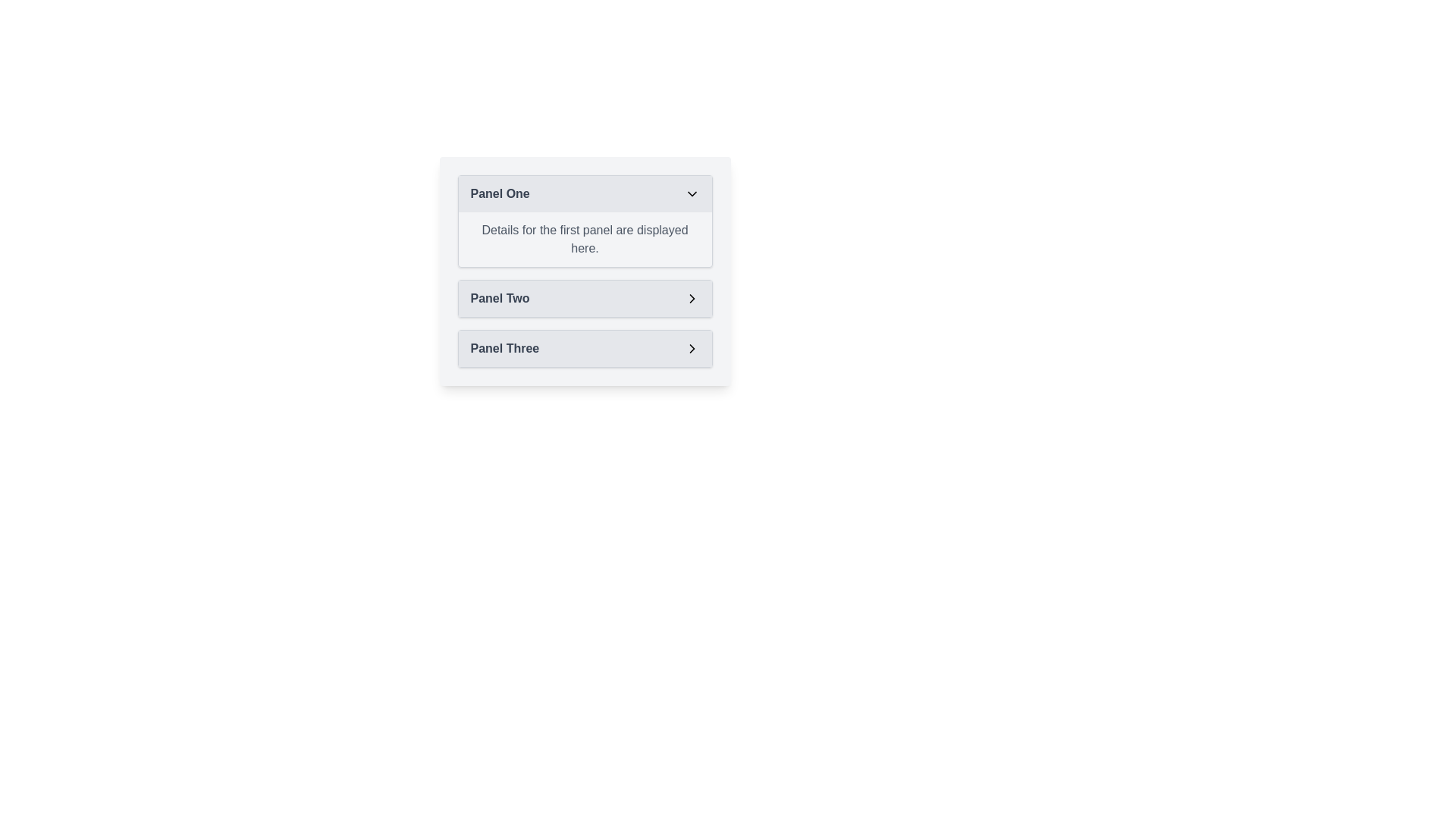 This screenshot has height=819, width=1456. Describe the element at coordinates (500, 193) in the screenshot. I see `the text label reading 'Panel One', which is styled in bold dark gray and located in the topmost panel above 'Panel Two'` at that location.